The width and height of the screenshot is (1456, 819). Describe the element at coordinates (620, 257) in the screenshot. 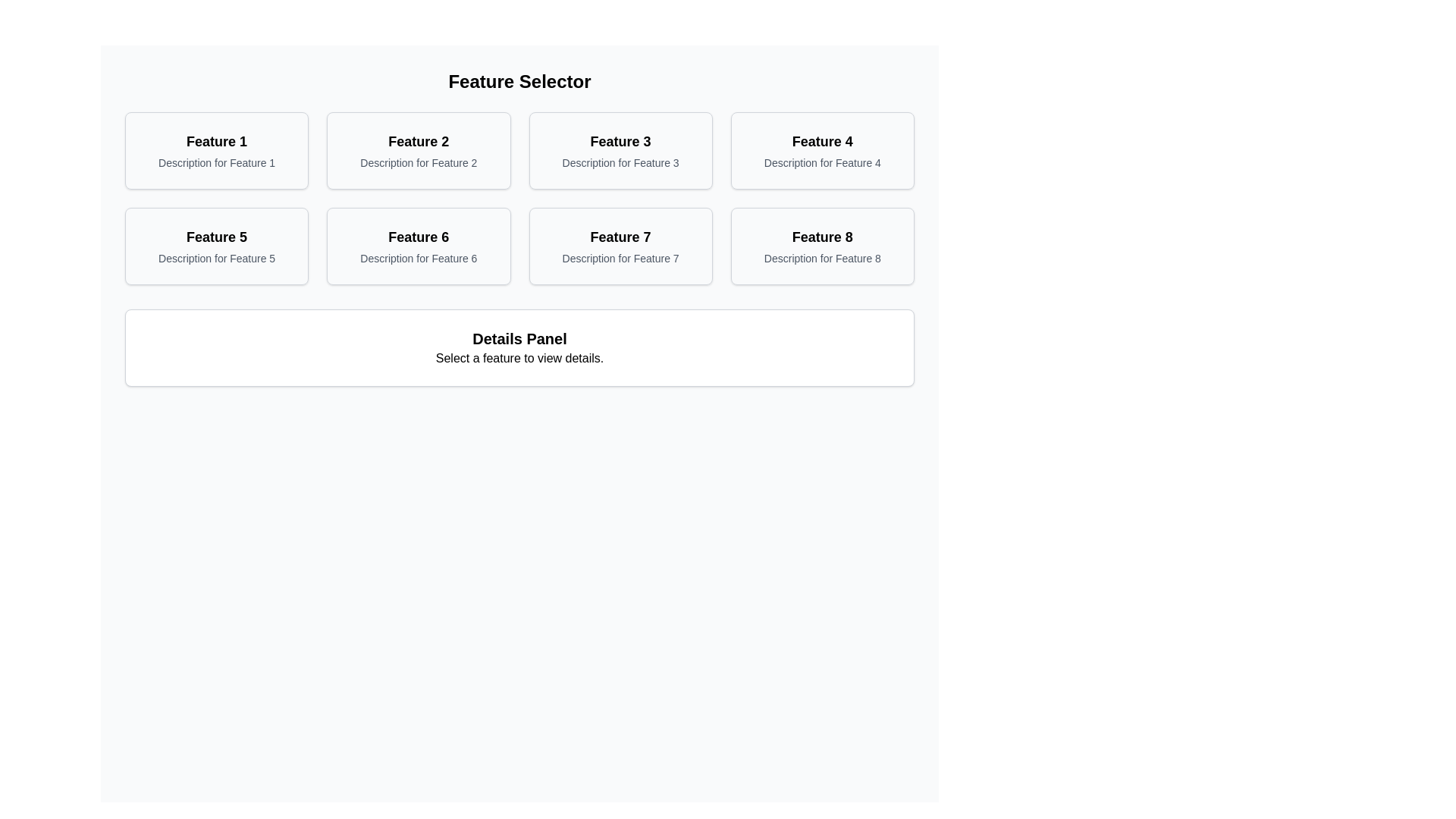

I see `the static text element reading 'Description for Feature 7', which is styled in a small, gray font and located slightly below the bold header 'Feature 7' in the card for 'Feature 7'` at that location.